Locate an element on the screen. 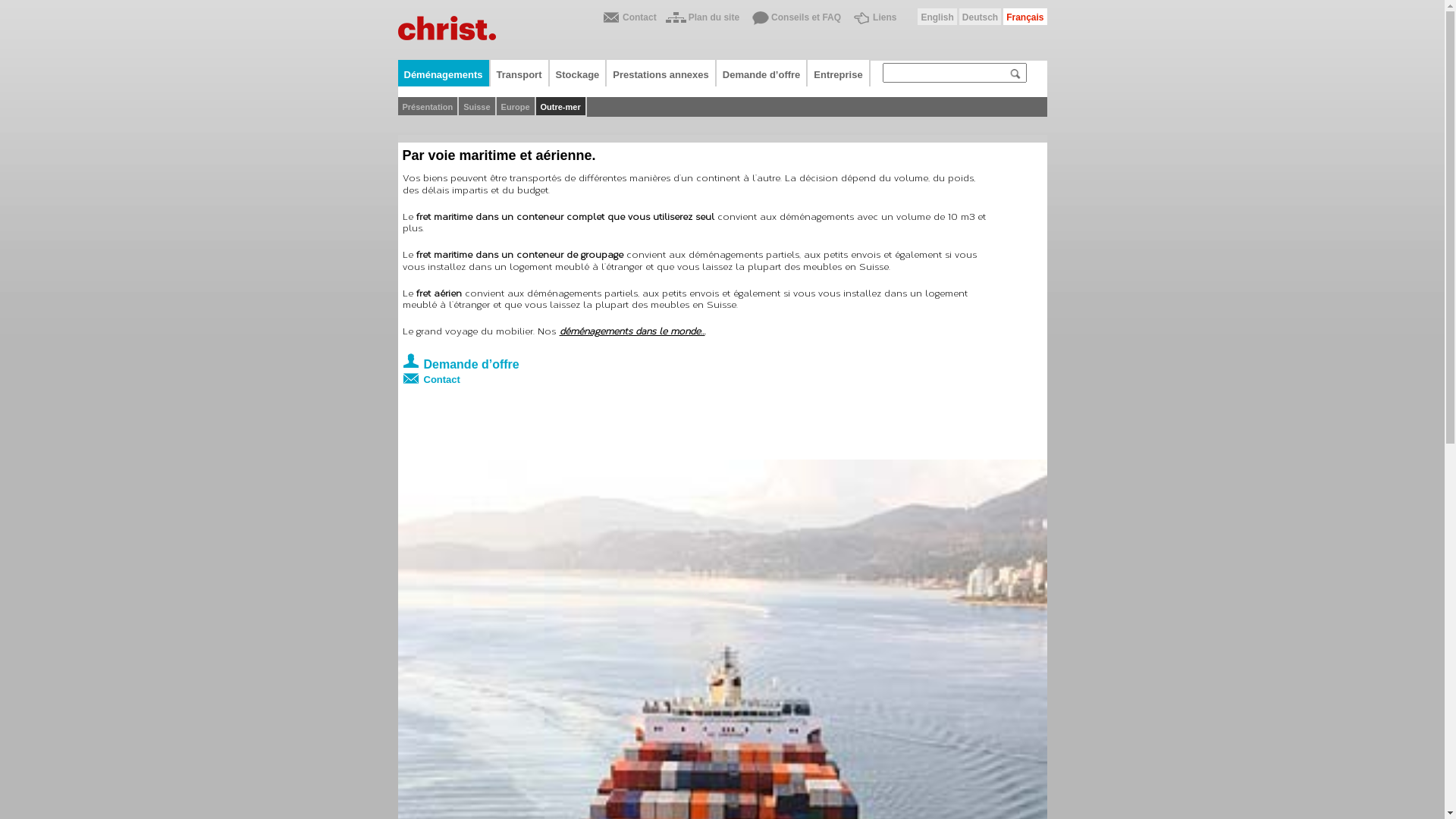 This screenshot has width=1456, height=819. 'Contact' is located at coordinates (628, 20).